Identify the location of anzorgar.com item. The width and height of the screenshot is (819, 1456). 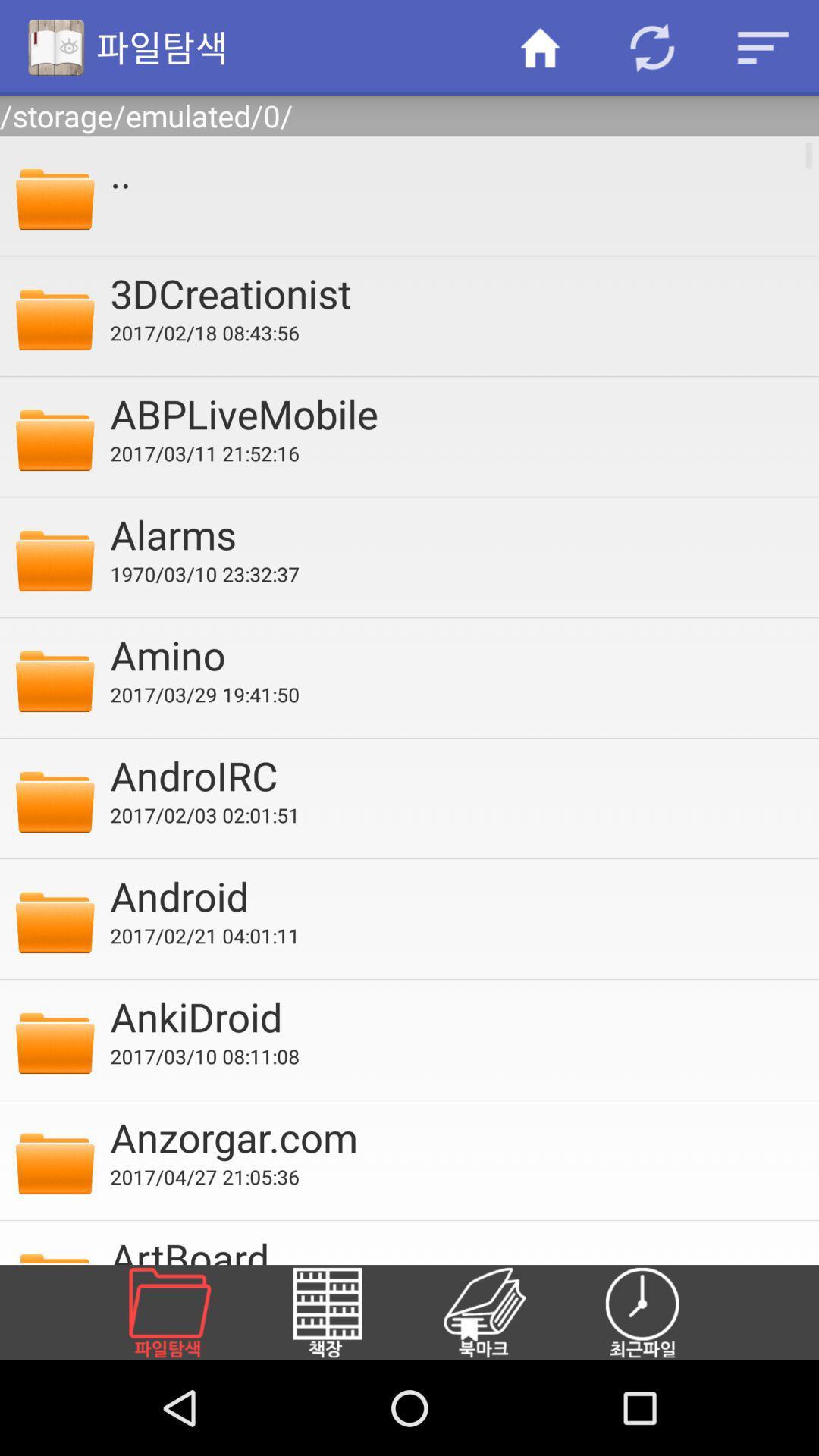
(453, 1137).